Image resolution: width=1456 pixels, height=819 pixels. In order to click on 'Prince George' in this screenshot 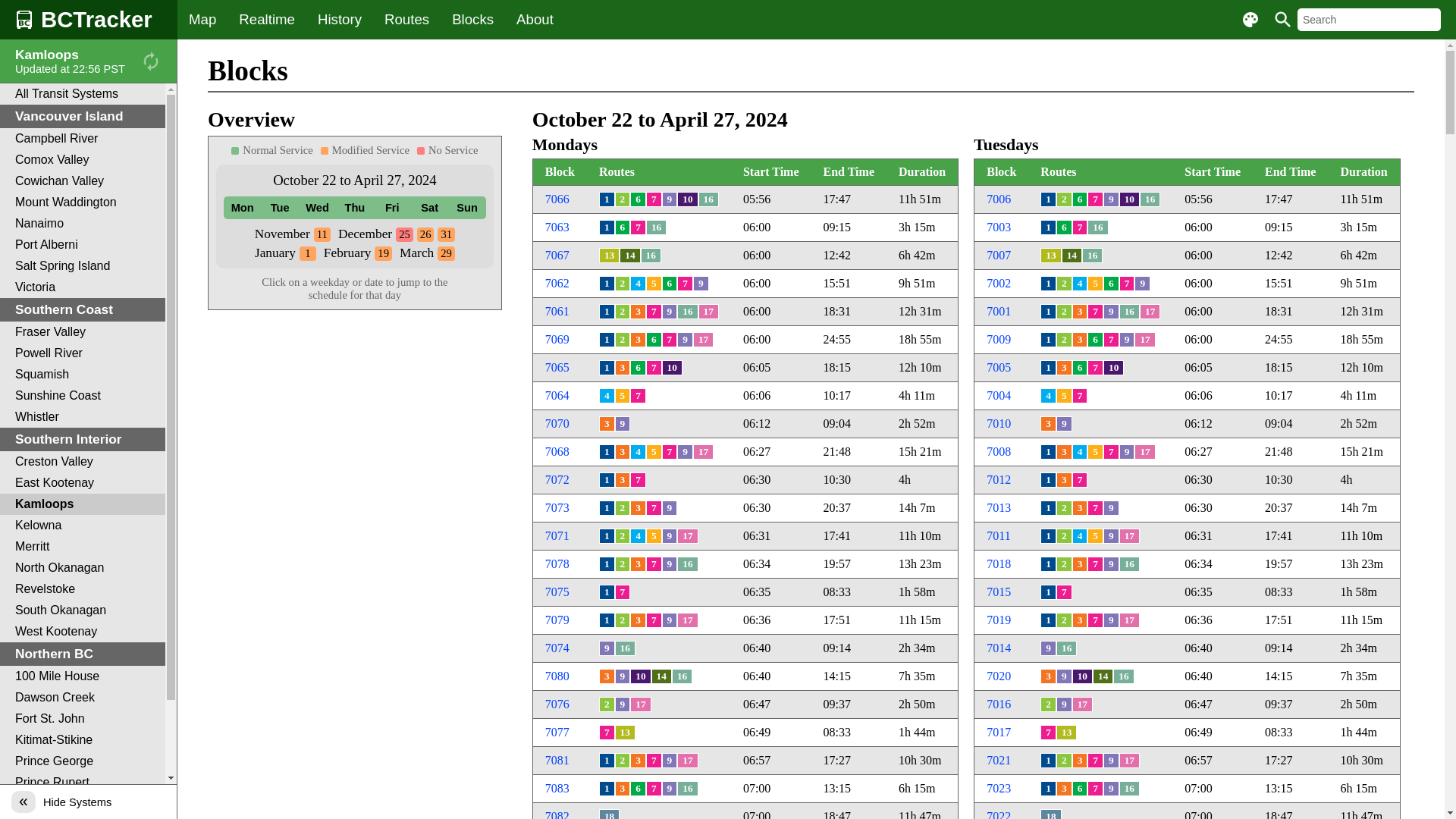, I will do `click(82, 761)`.